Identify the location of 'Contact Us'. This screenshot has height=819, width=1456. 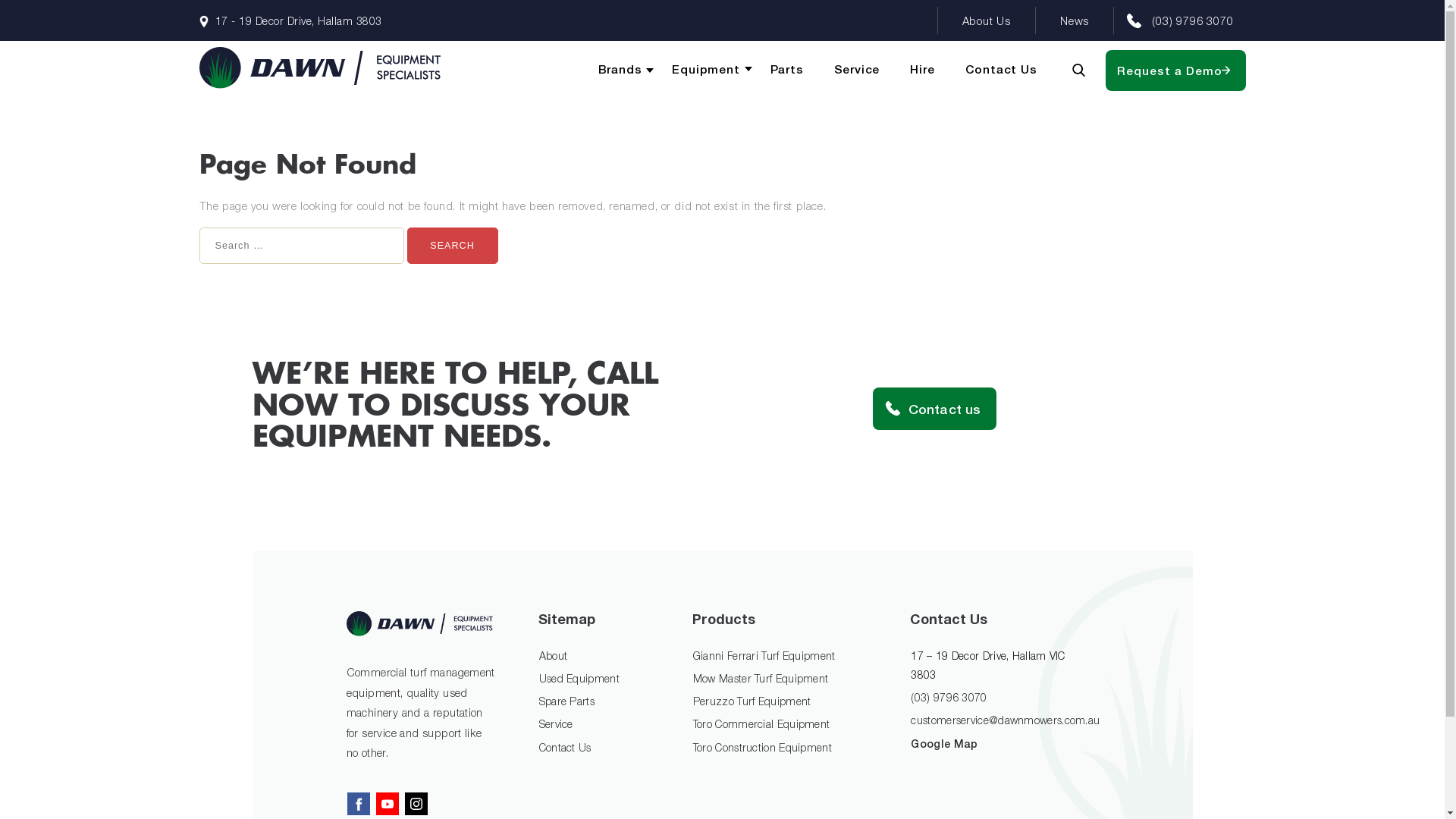
(538, 746).